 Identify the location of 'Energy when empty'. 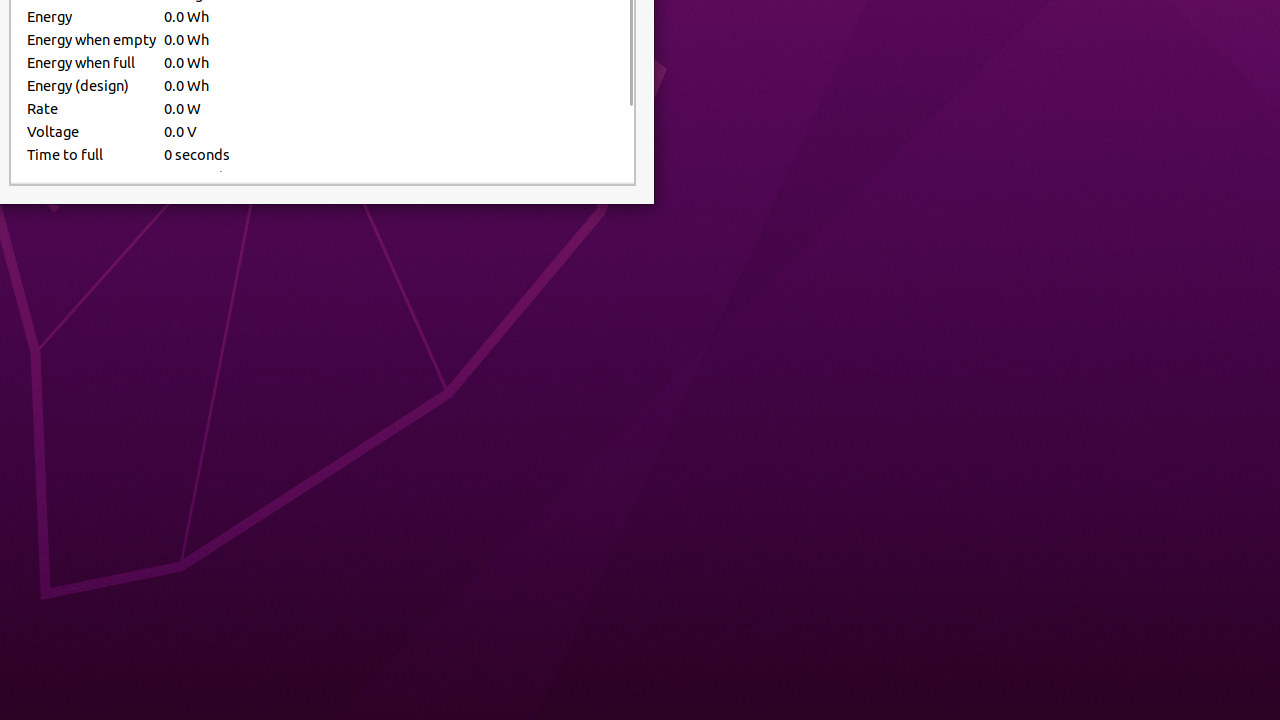
(90, 39).